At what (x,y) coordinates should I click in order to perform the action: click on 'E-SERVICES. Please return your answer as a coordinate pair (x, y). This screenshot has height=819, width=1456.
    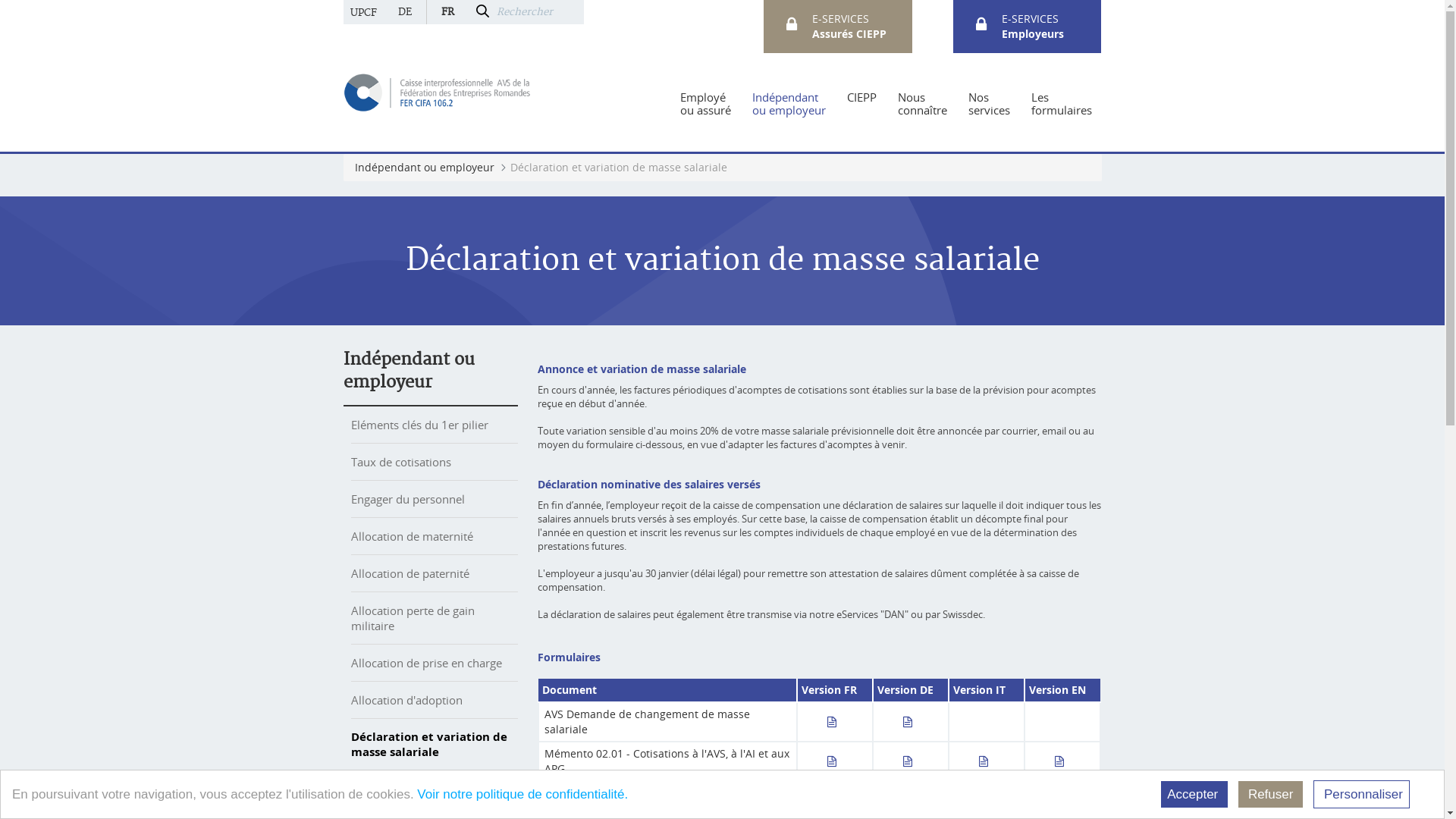
    Looking at the image, I should click on (1032, 26).